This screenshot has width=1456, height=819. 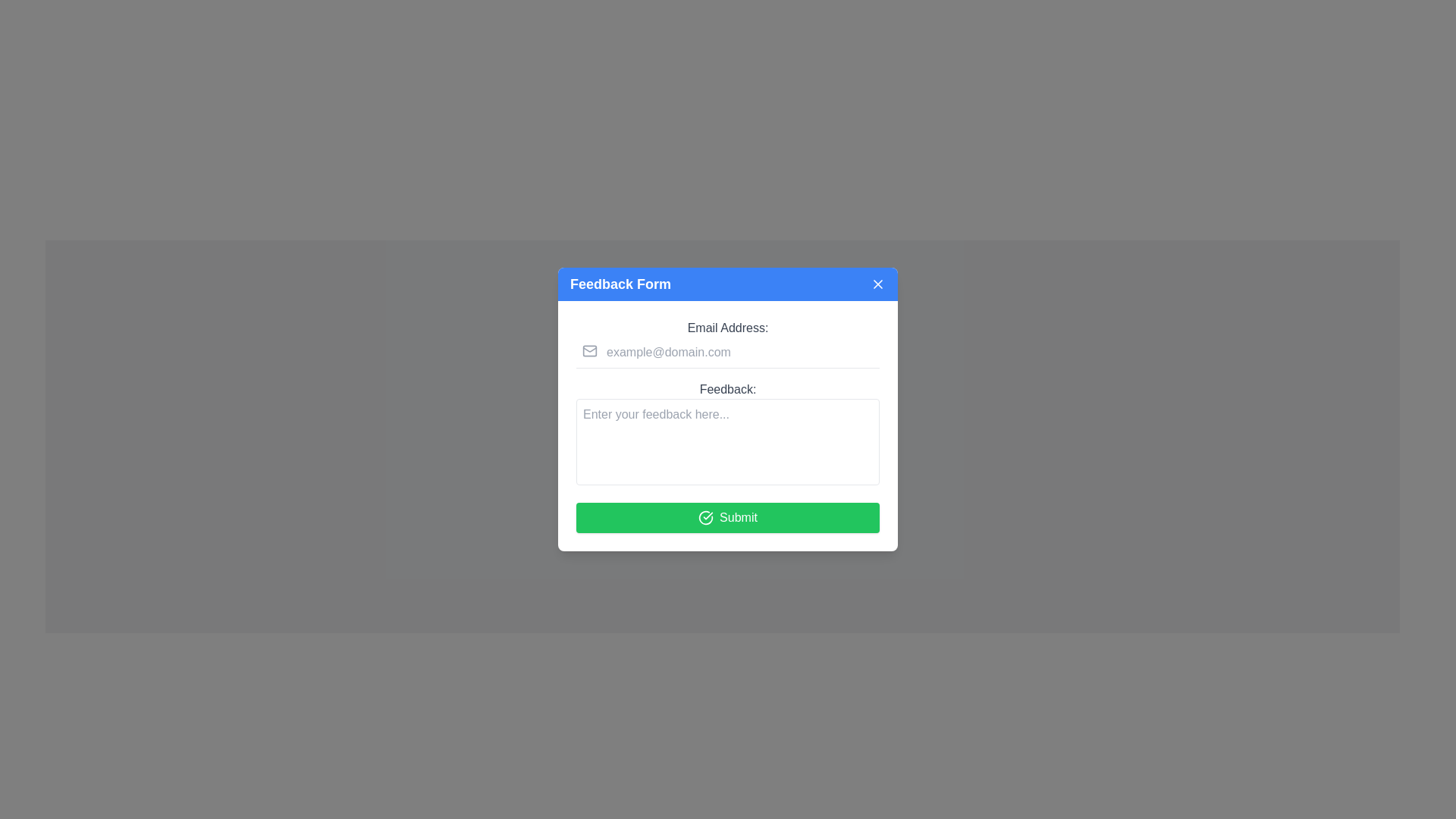 What do you see at coordinates (877, 284) in the screenshot?
I see `the close icon (SVG close mark) located in the top-right corner of the feedback form header` at bounding box center [877, 284].